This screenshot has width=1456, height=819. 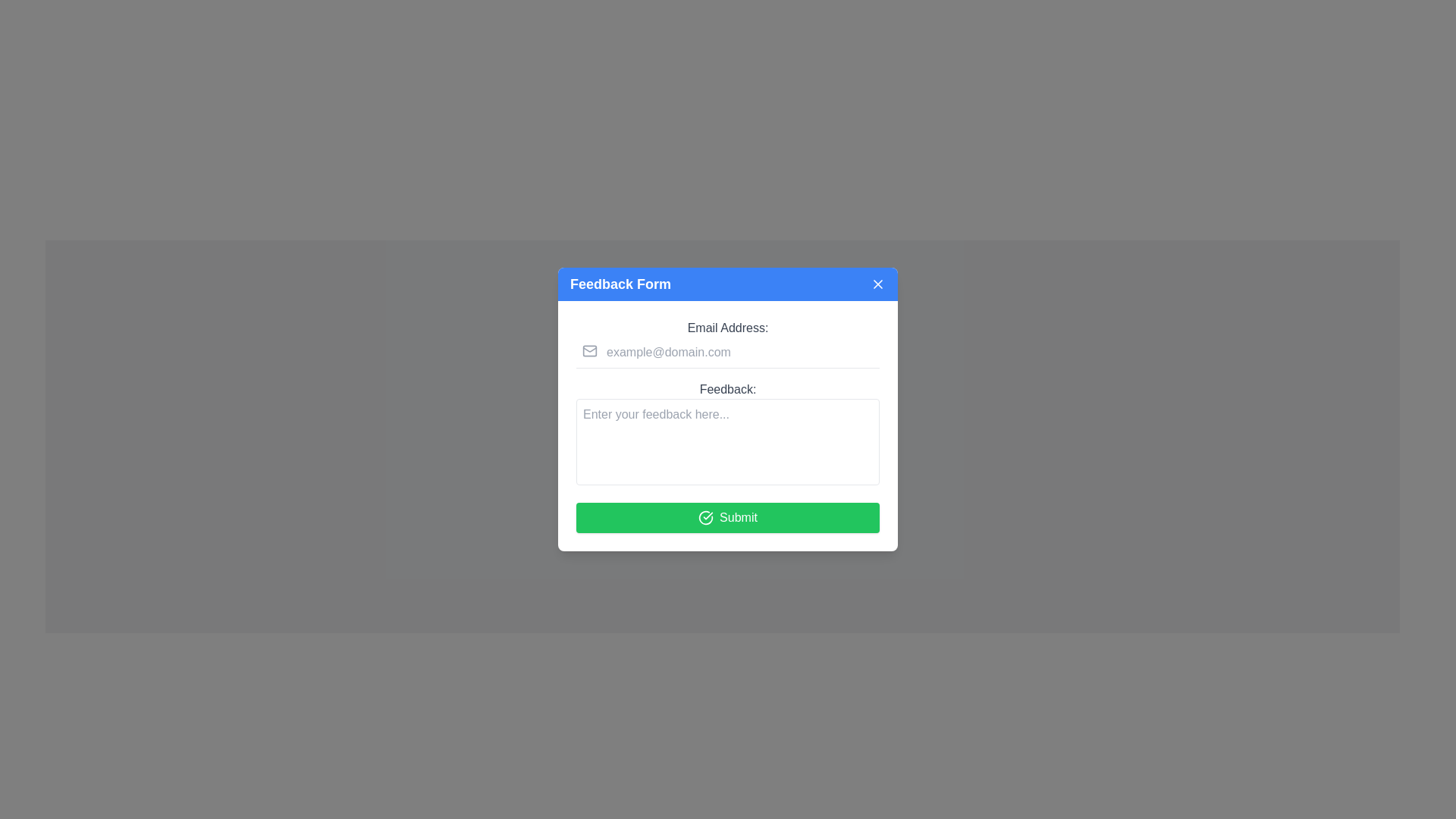 What do you see at coordinates (877, 284) in the screenshot?
I see `the close icon (SVG close mark) located in the top-right corner of the feedback form header` at bounding box center [877, 284].